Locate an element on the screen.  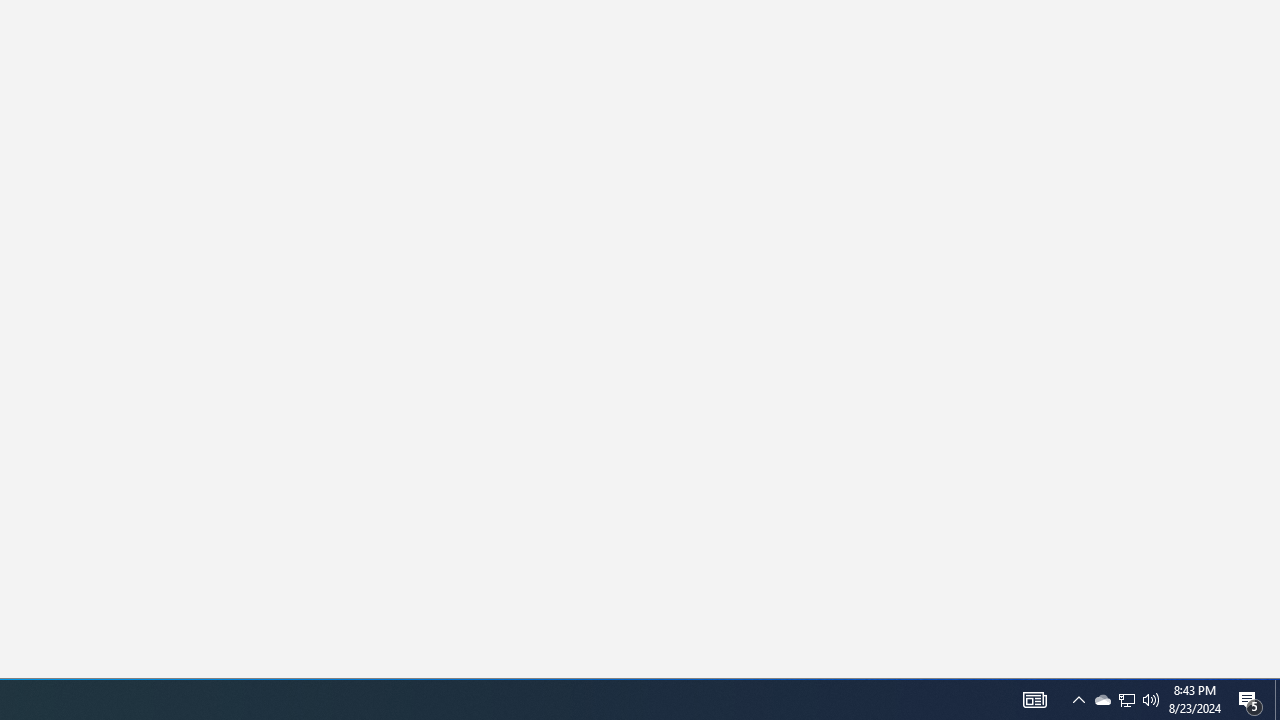
'User Promoted Notification Area' is located at coordinates (1101, 698).